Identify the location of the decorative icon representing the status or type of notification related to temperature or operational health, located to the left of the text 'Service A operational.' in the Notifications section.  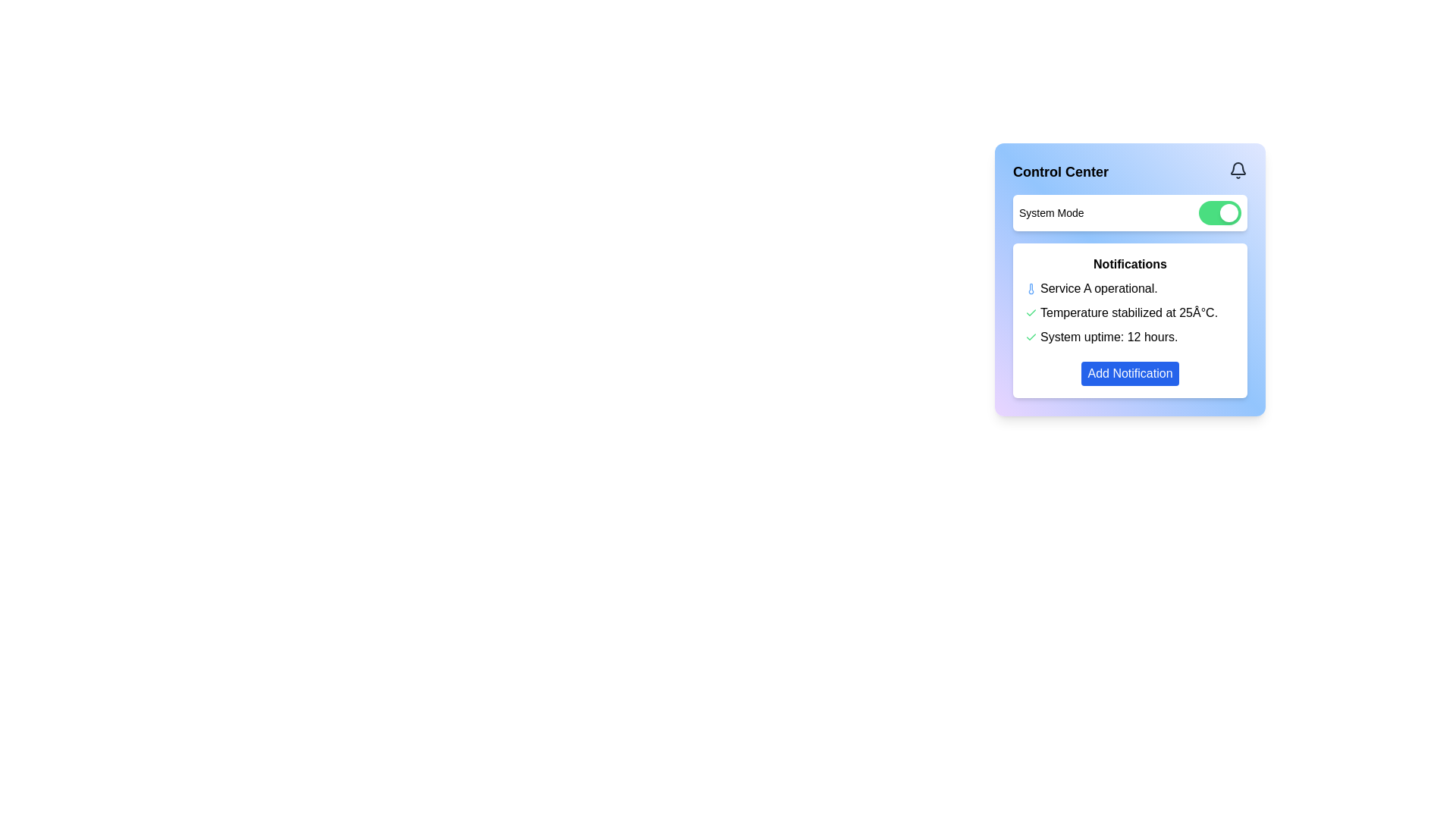
(1031, 289).